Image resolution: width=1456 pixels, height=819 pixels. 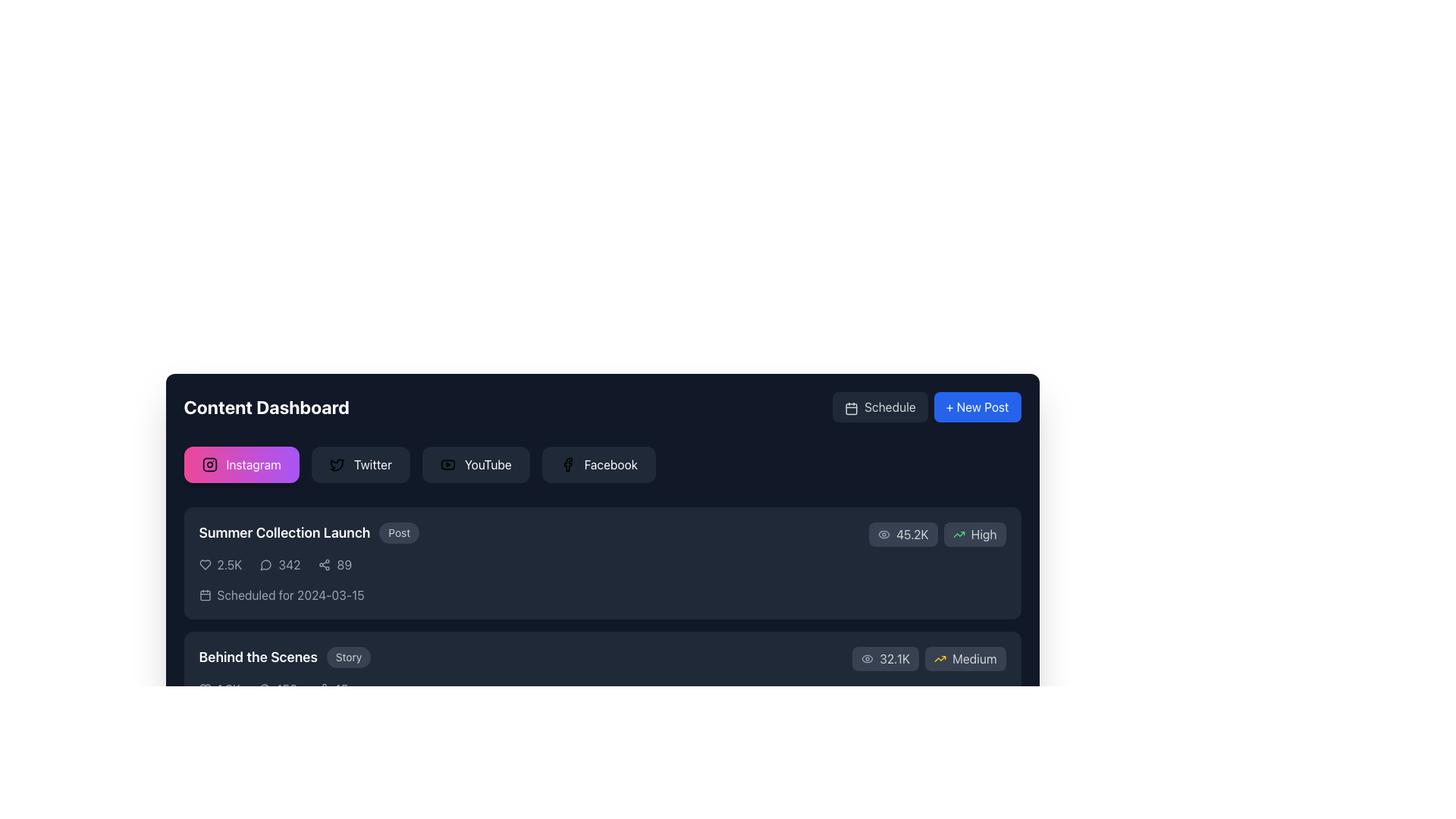 What do you see at coordinates (204, 564) in the screenshot?
I see `the heart-shaped icon indicating likes or favorites, located in the 'Summer Collection Launch' section` at bounding box center [204, 564].